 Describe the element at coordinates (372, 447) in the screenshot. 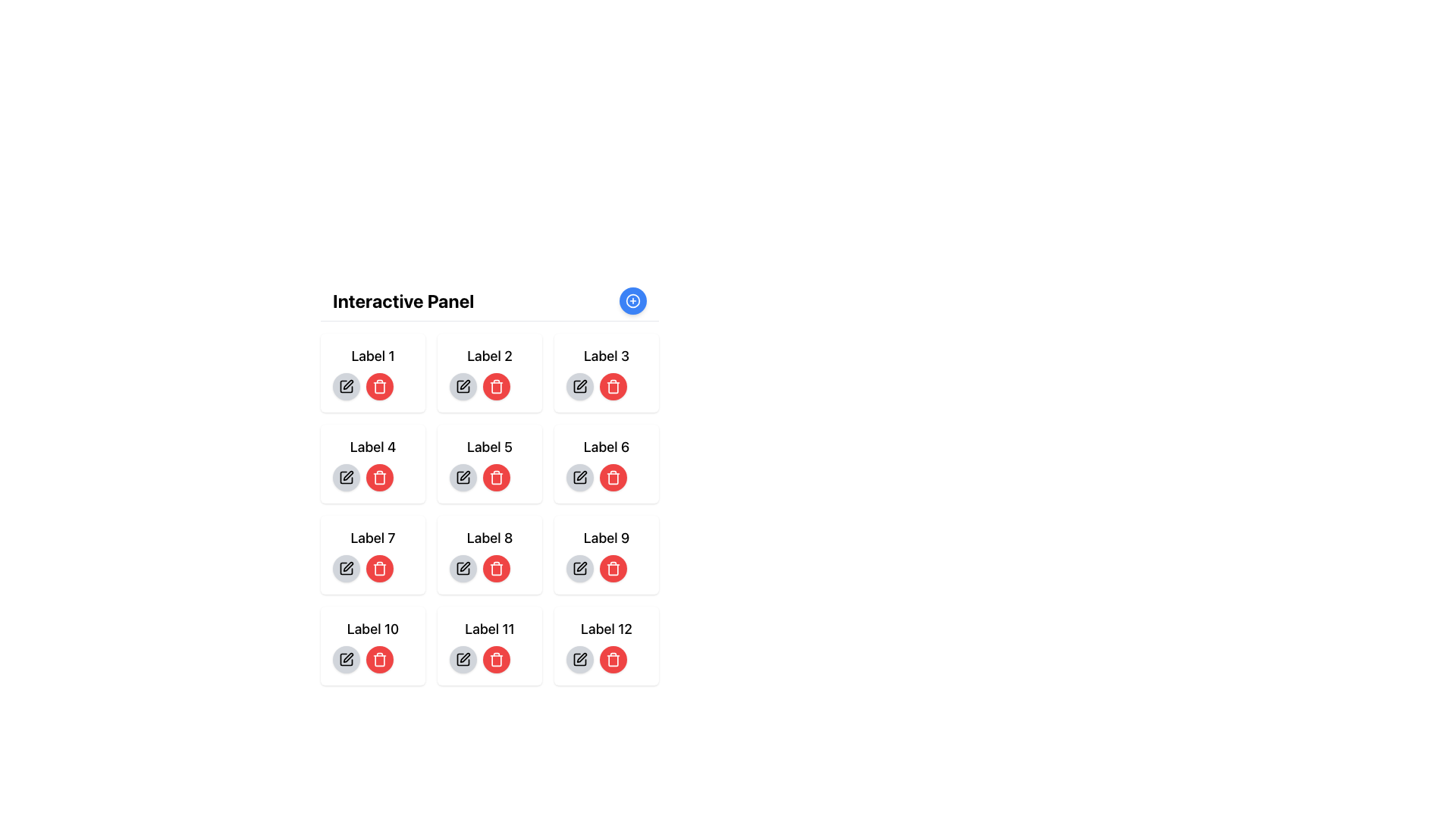

I see `on the text label 'Label 4' which is bold and part of the grid structure, located in the fourth card of the grid layout` at that location.